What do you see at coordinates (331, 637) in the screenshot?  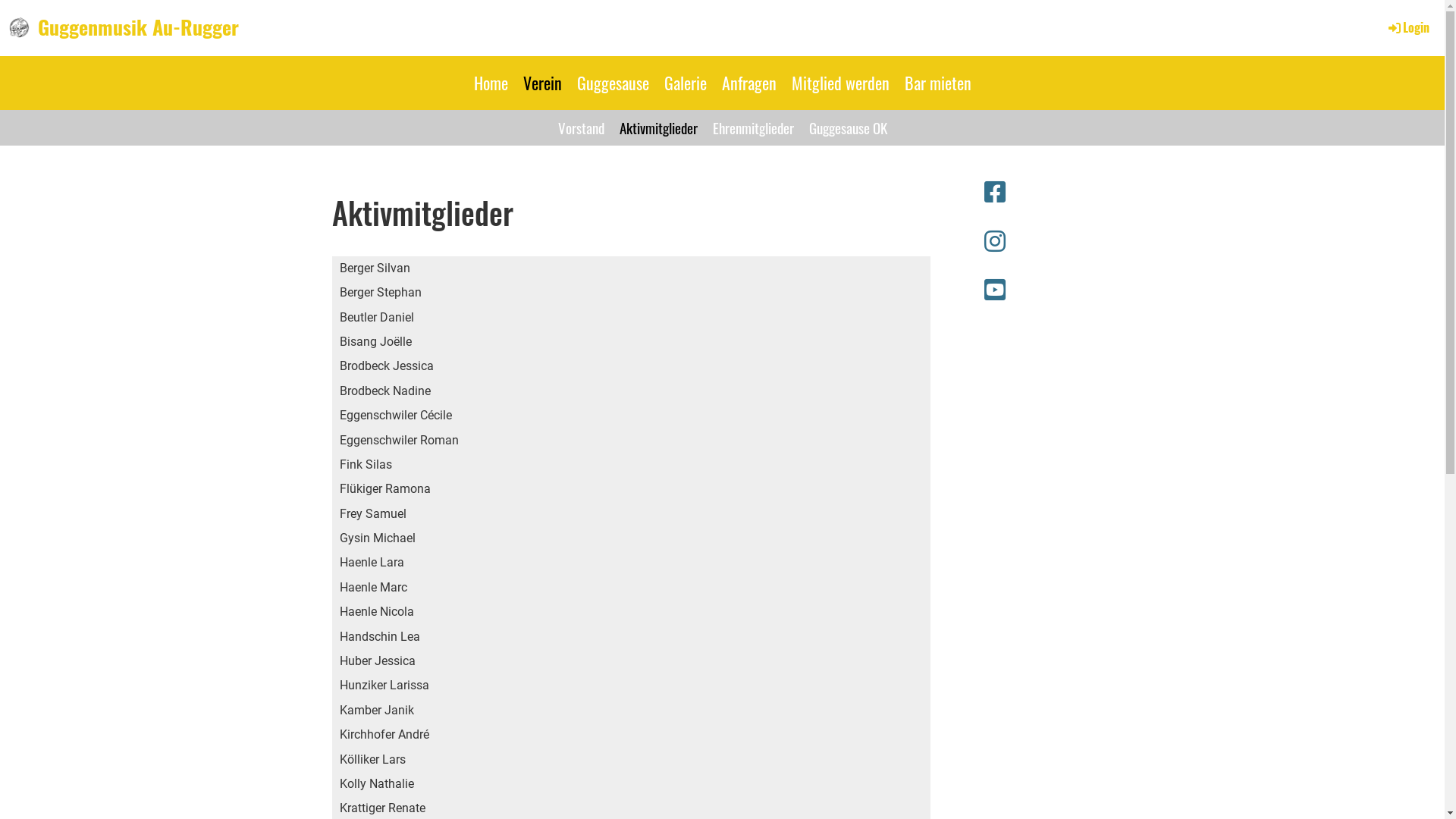 I see `'Handschin Lea'` at bounding box center [331, 637].